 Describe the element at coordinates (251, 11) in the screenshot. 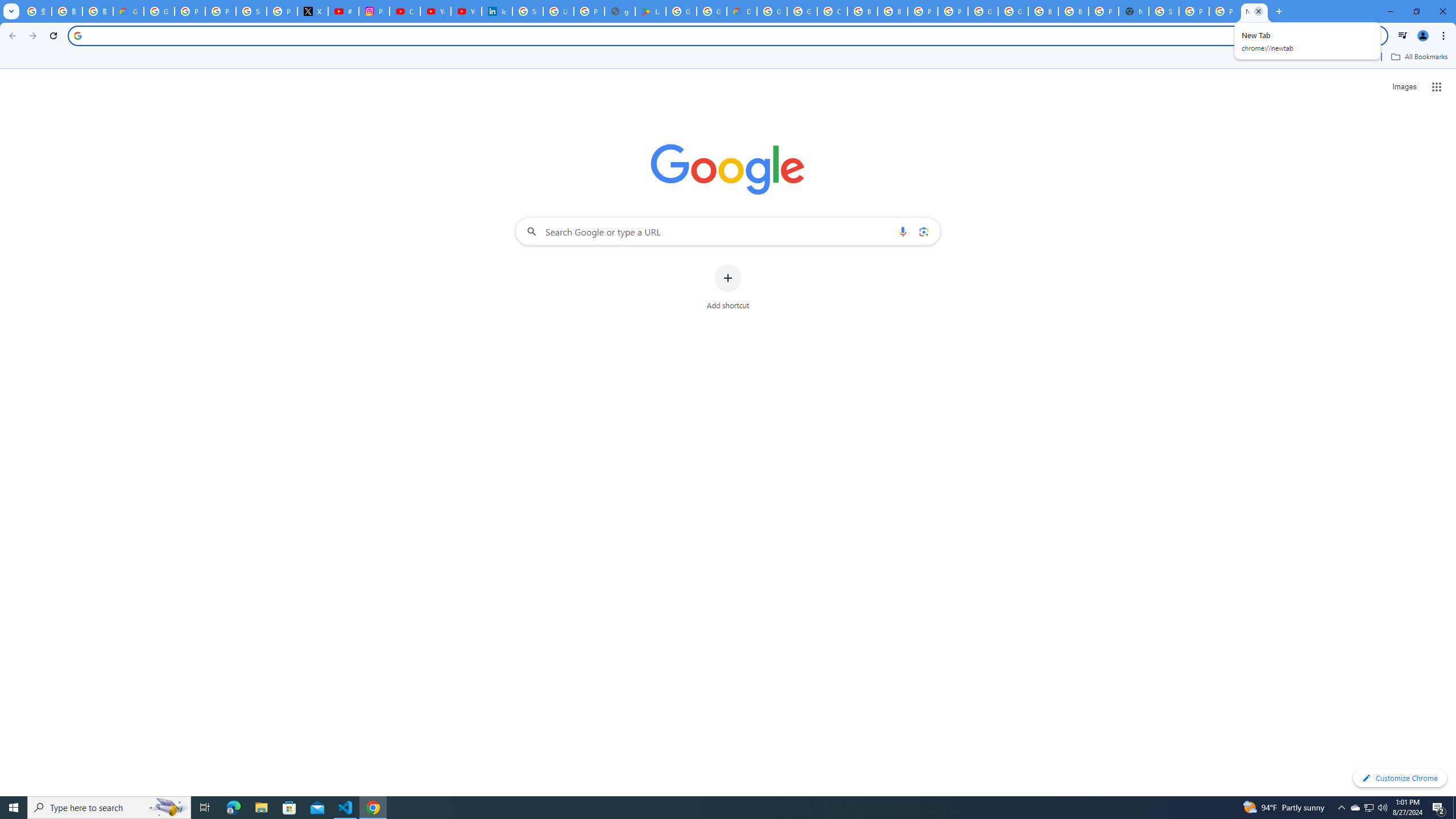

I see `'Sign in - Google Accounts'` at that location.